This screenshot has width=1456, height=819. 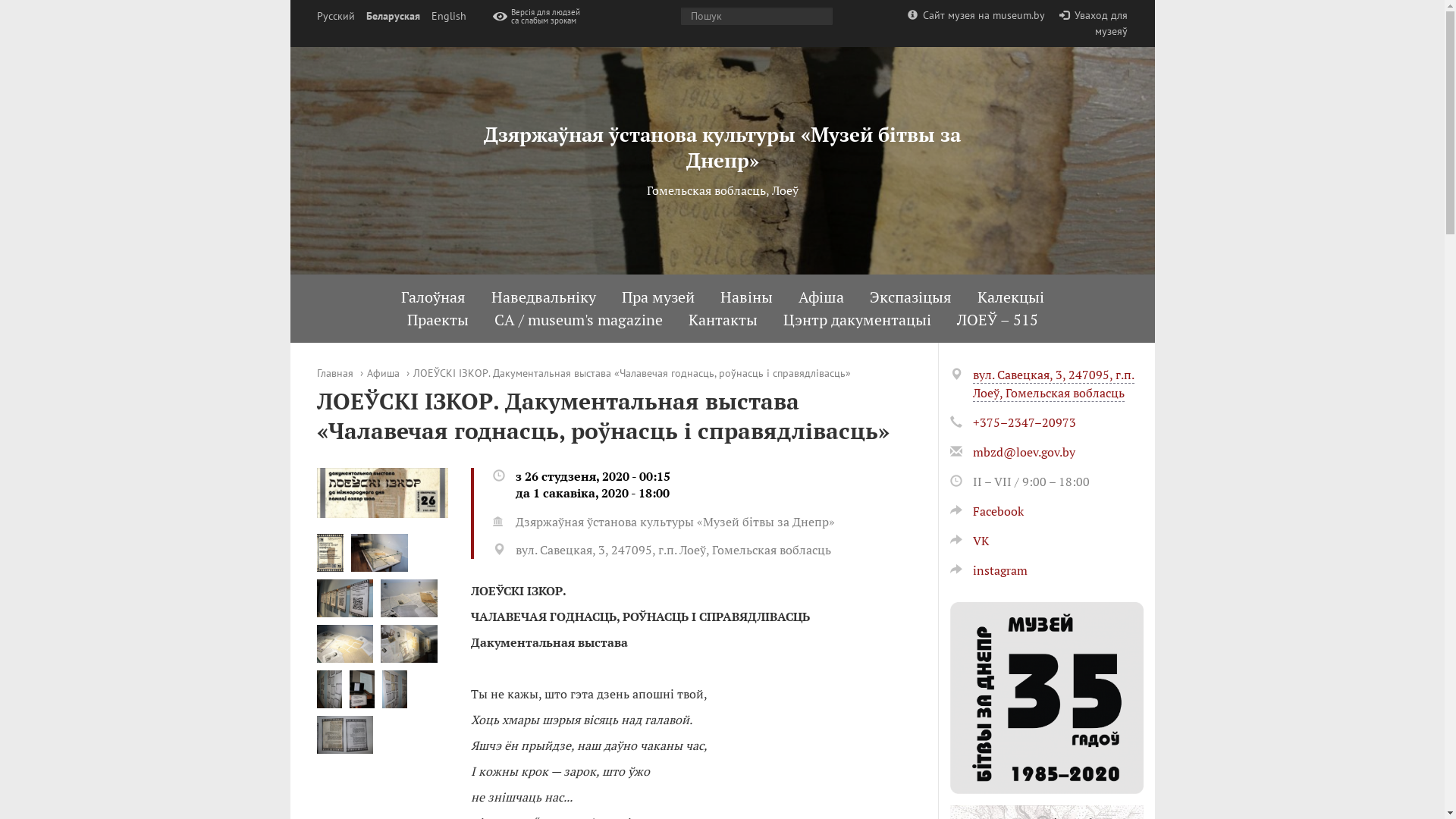 I want to click on 'English', so click(x=447, y=16).